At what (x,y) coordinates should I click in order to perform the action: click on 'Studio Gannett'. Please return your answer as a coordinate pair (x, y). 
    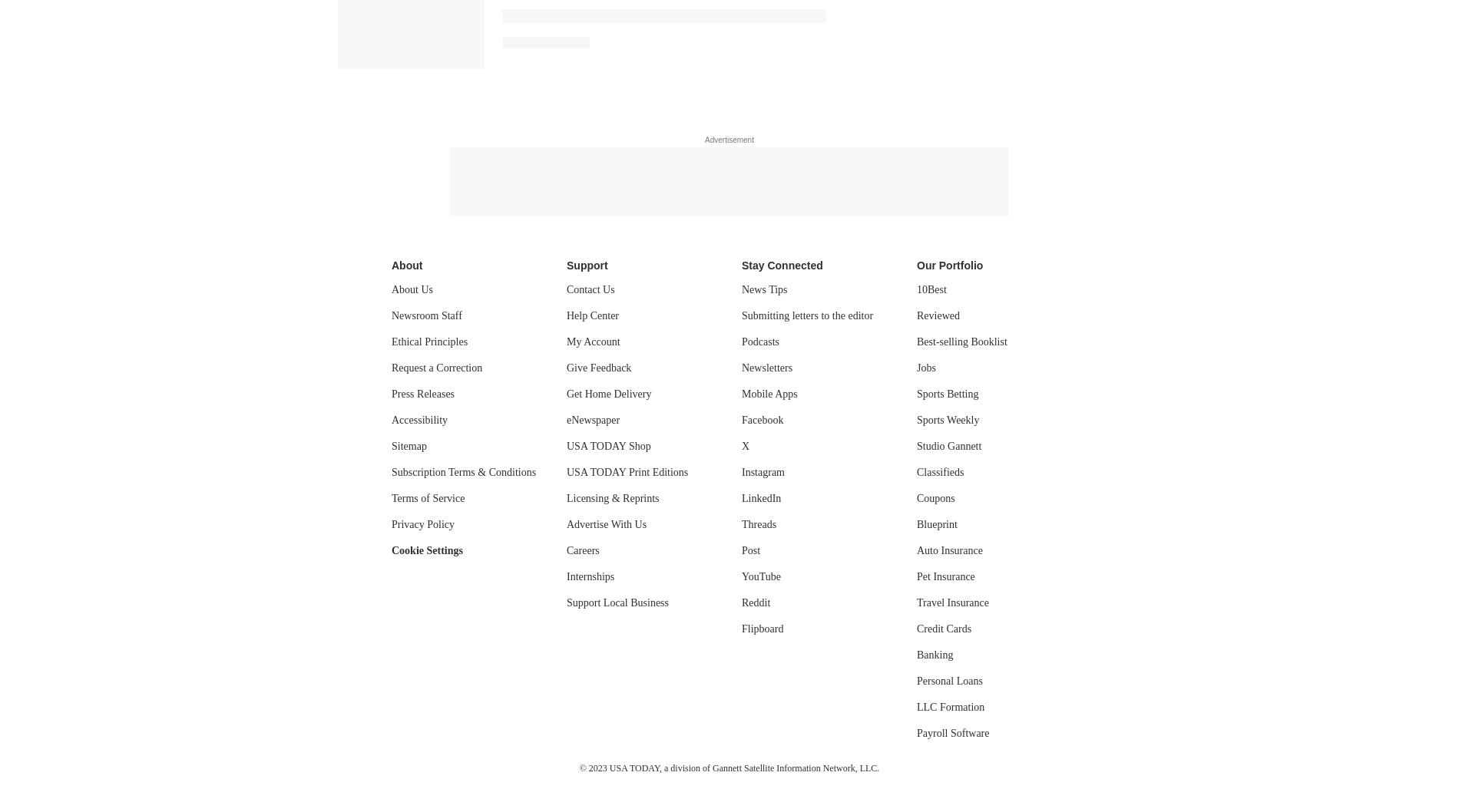
    Looking at the image, I should click on (948, 446).